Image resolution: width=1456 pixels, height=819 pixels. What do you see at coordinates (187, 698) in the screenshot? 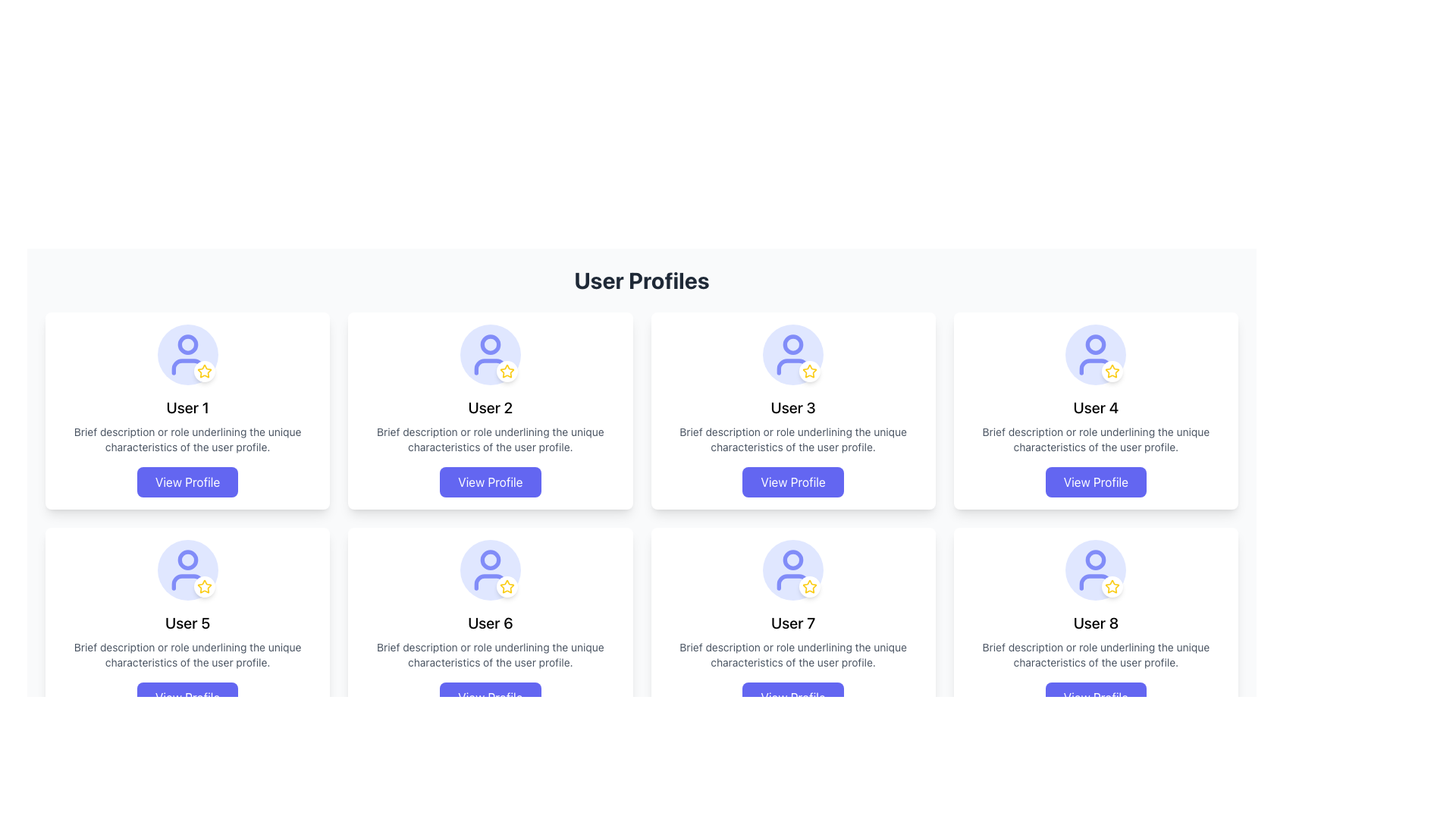
I see `the 'View Profile' button, which is a rectangular button with rounded corners, purple background, and white text, located at the bottom-center of the card labeled 'User 5'` at bounding box center [187, 698].